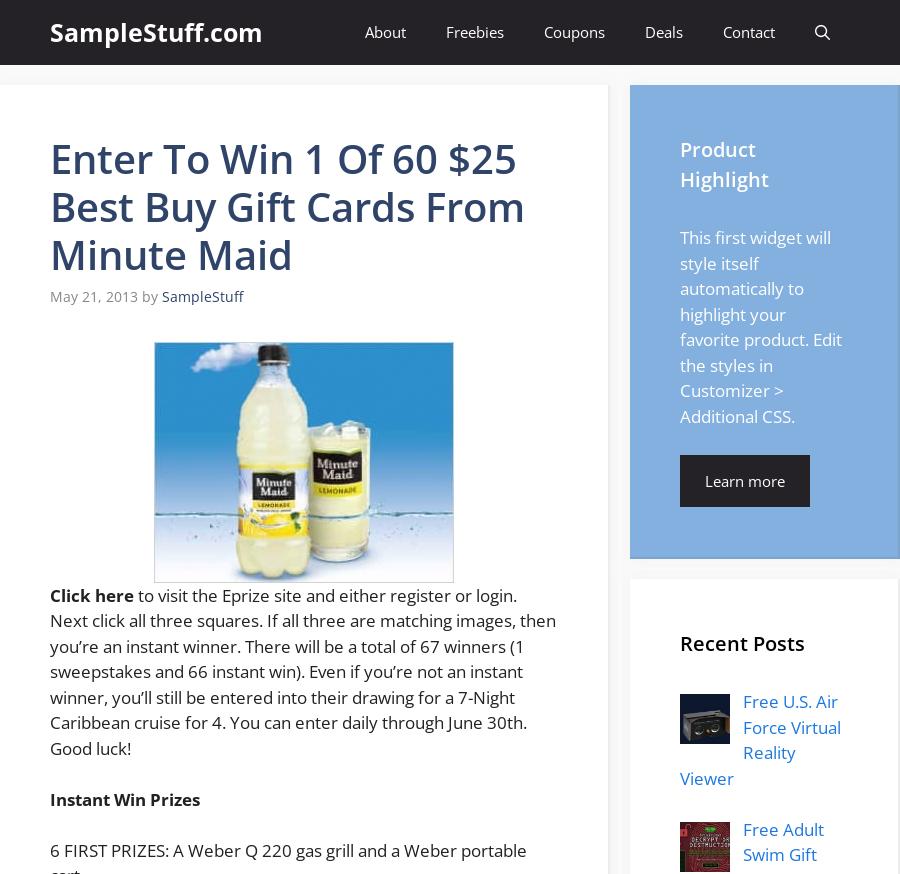 This screenshot has width=900, height=874. I want to click on 'Enter To Win 1 Of 60 $25 Best Buy Gift Cards From Minute Maid', so click(286, 205).